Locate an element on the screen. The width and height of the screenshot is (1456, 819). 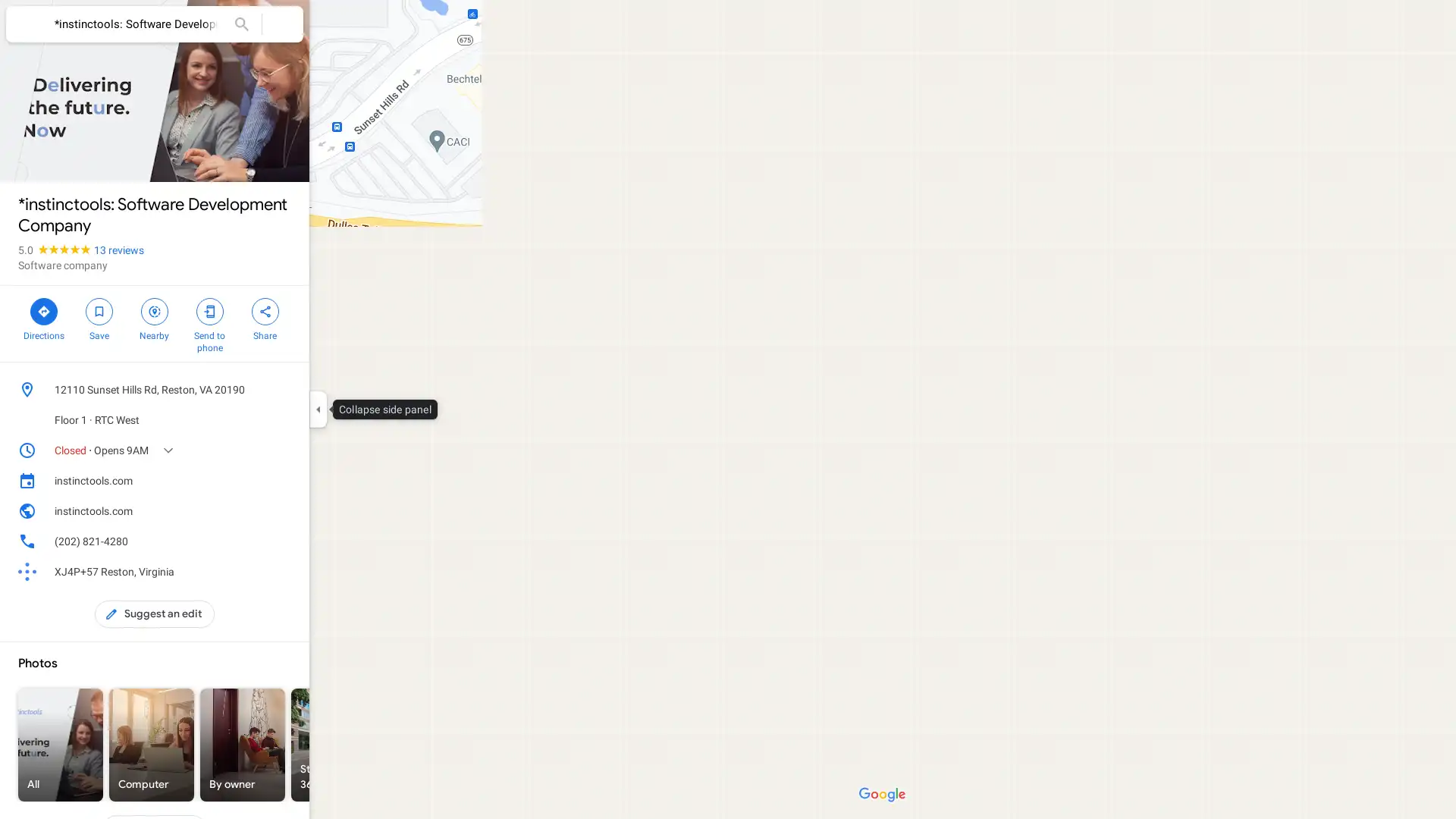
Street View & 360 is located at coordinates (333, 744).